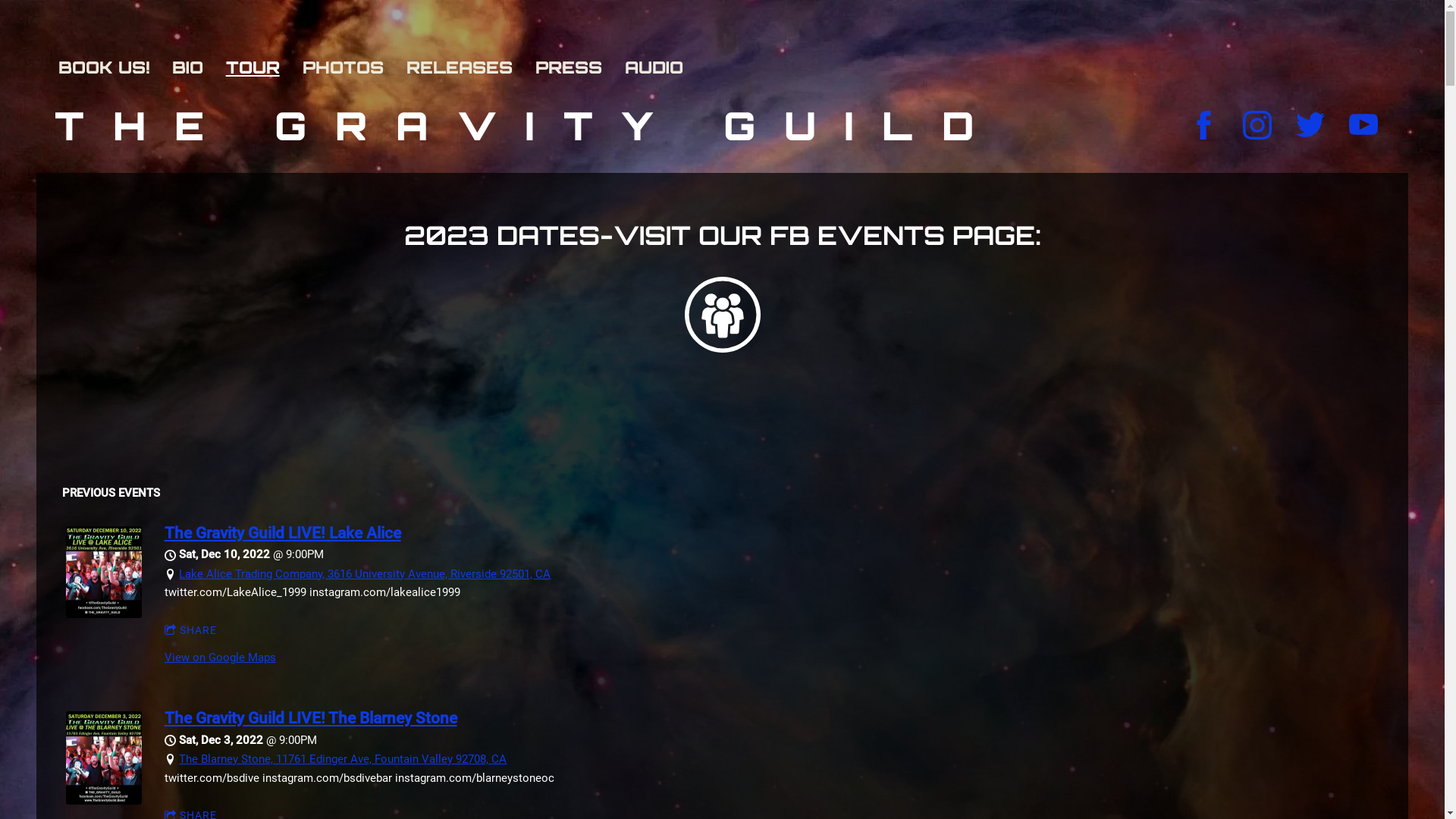  I want to click on 'https://www.facebook.com/thegravityguild', so click(1203, 124).